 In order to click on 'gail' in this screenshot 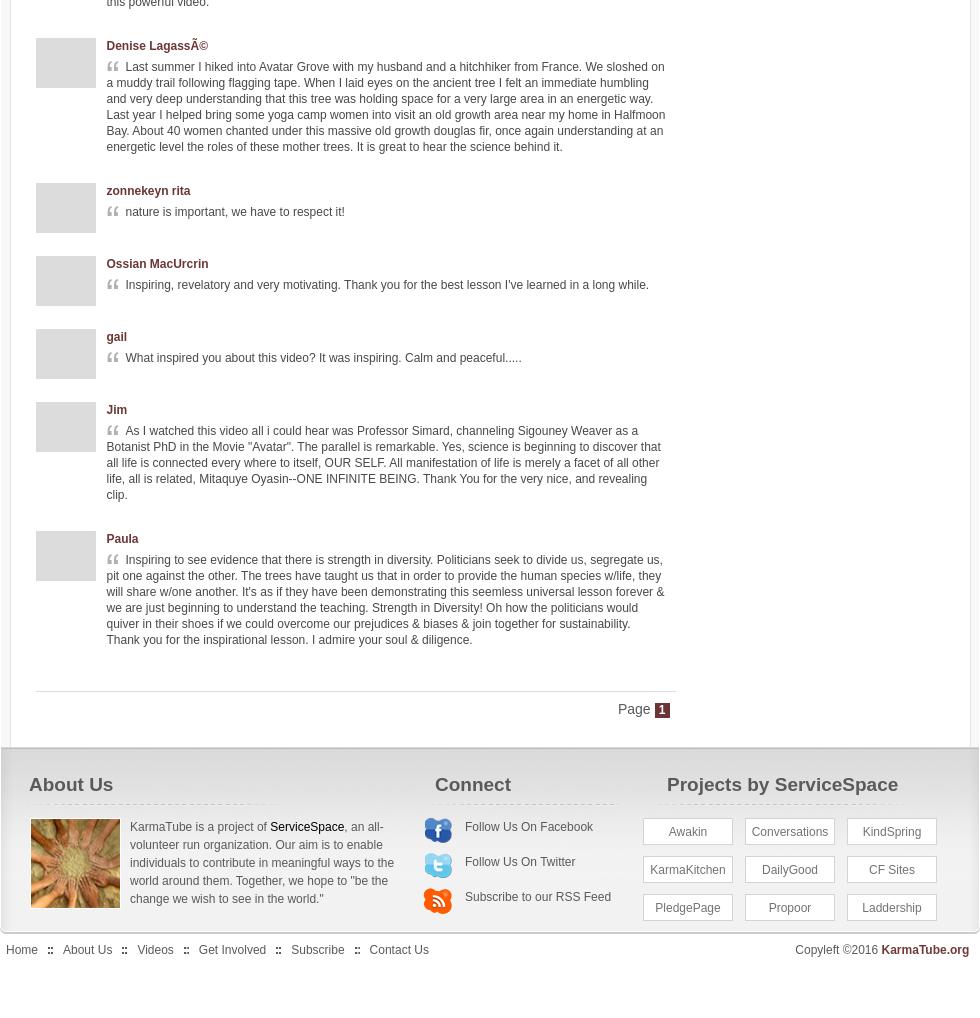, I will do `click(116, 335)`.